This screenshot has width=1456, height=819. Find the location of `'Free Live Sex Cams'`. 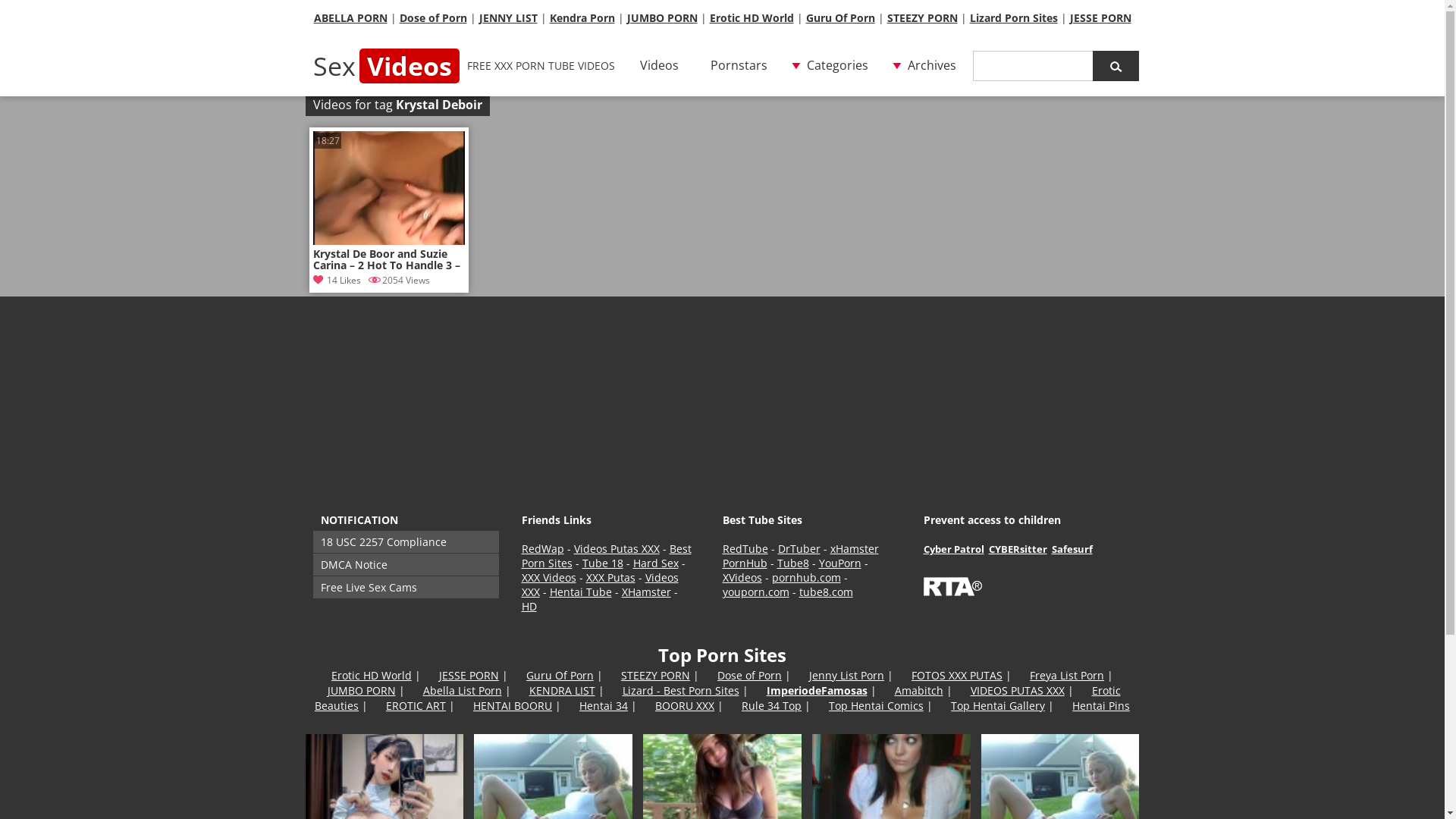

'Free Live Sex Cams' is located at coordinates (405, 586).